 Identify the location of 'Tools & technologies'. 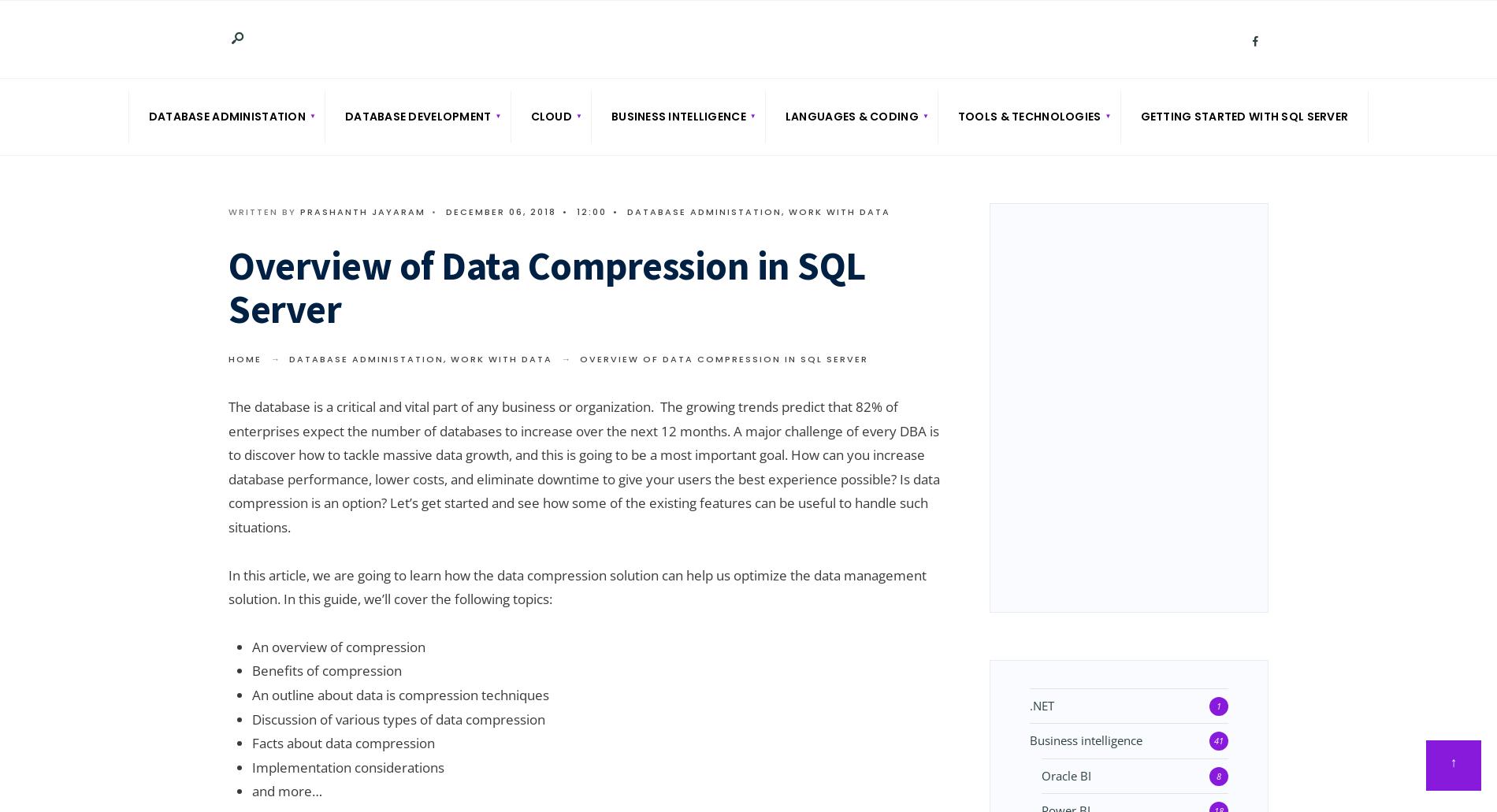
(1028, 115).